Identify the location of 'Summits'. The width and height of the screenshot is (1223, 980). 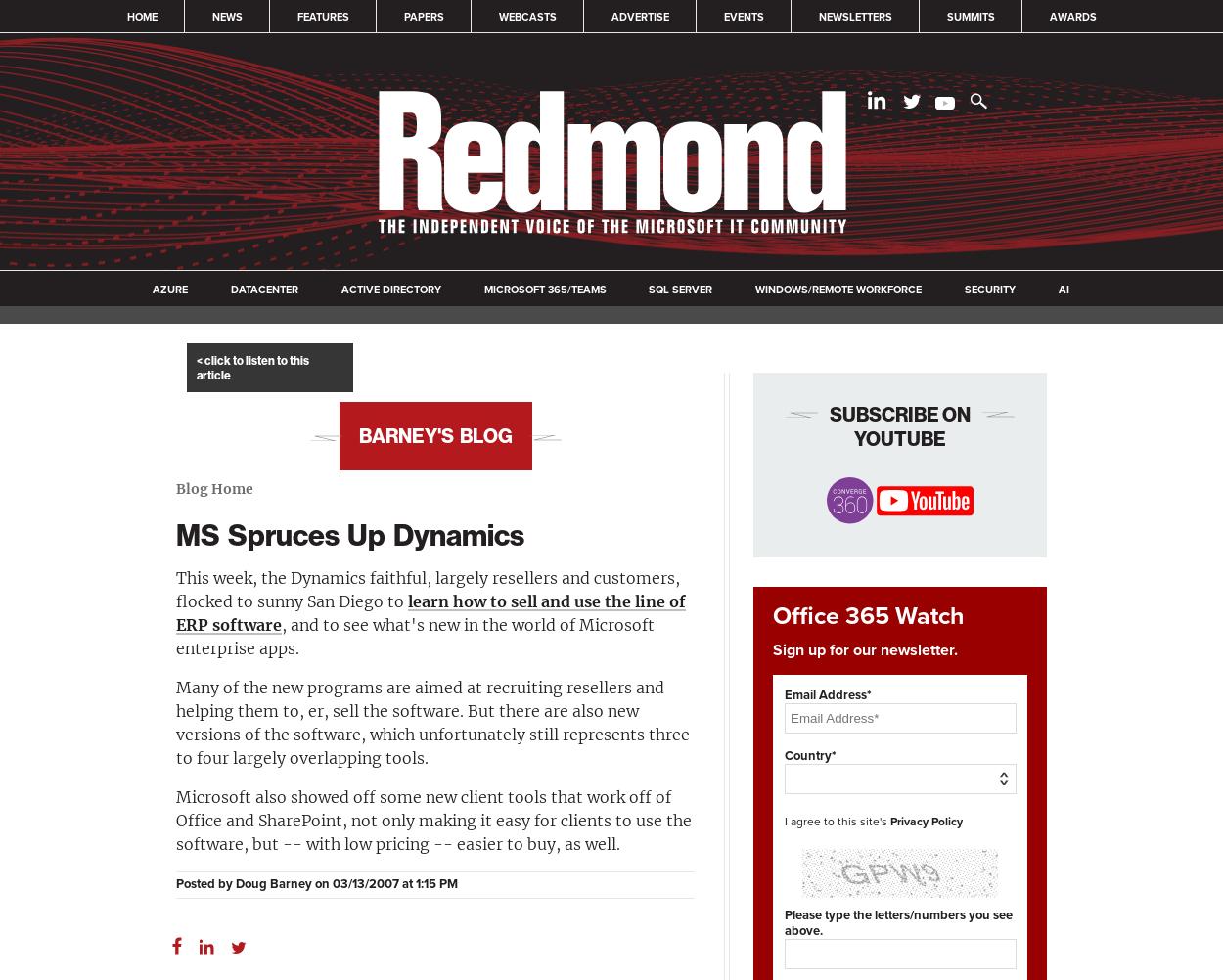
(969, 17).